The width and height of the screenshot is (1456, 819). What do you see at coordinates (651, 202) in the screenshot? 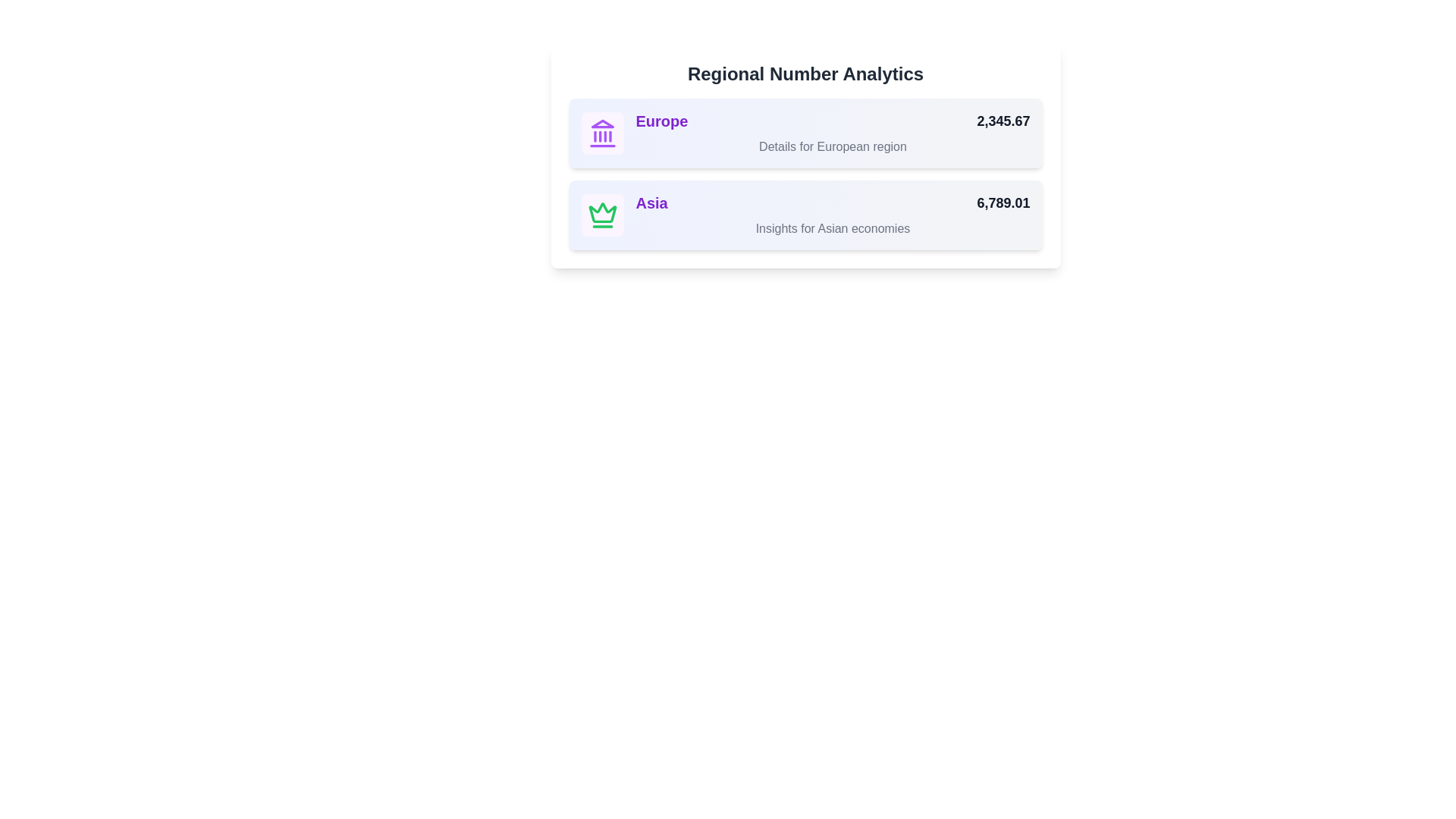
I see `the text label displaying 'Asia' in a bold, purple font, located in the second row of the regional information section, to the left of the numerical value '6,789.01'` at bounding box center [651, 202].